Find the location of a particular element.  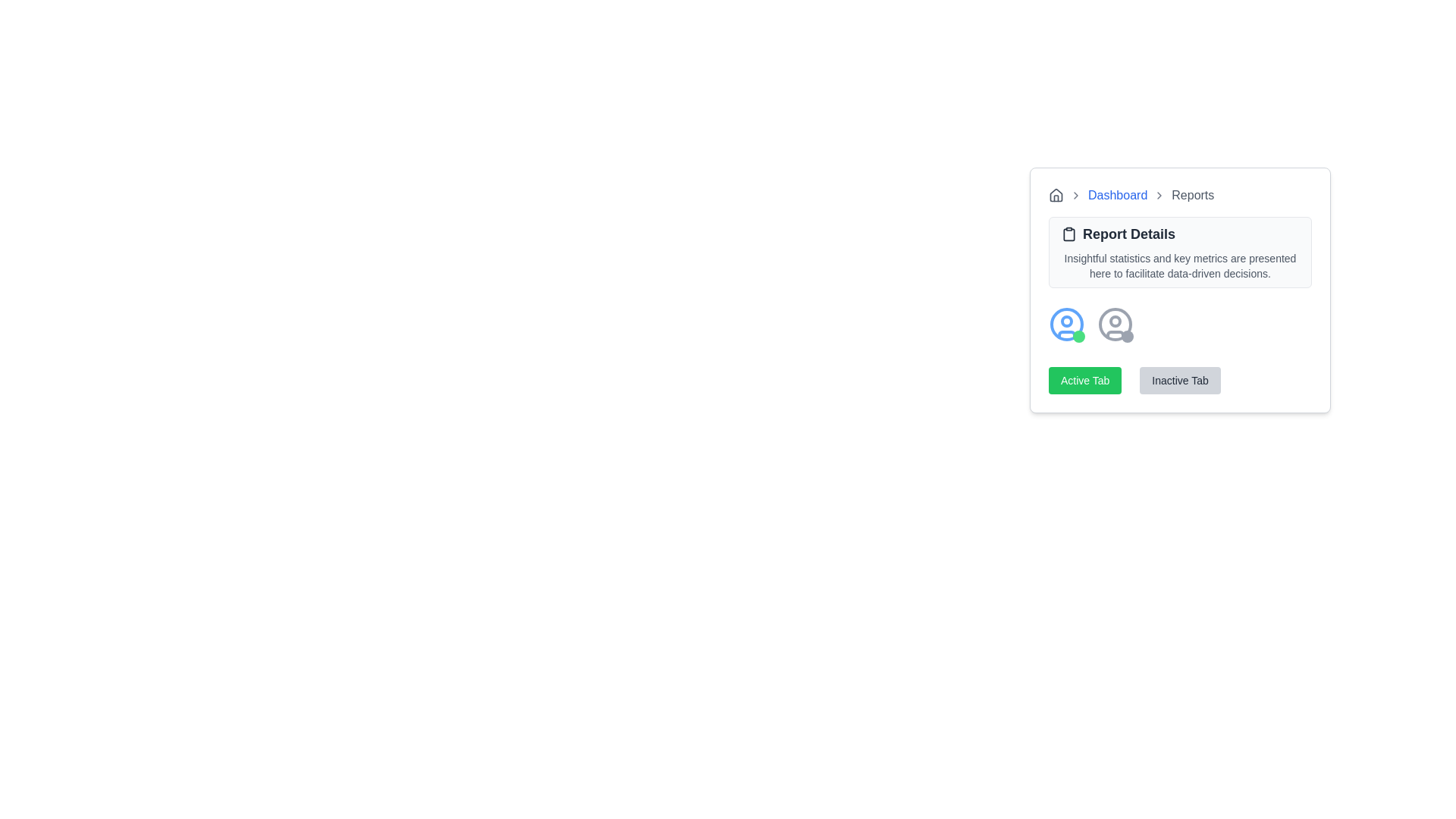

the User Icon, which is the second icon in a horizontal arrangement under the 'Report Details' card and is positioned to the right of a similar user icon with a green circle on the bottom right is located at coordinates (1115, 324).